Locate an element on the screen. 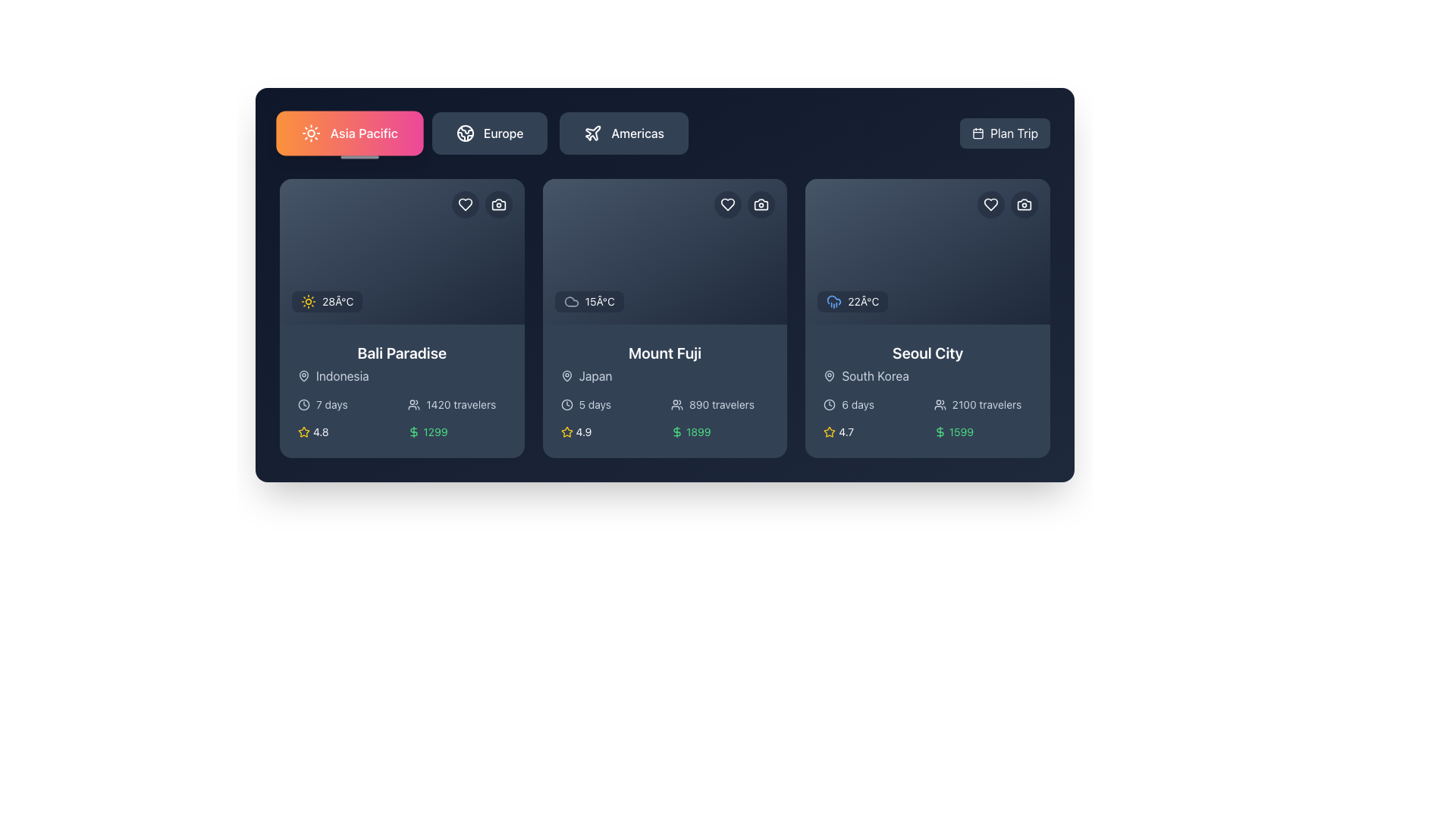 The width and height of the screenshot is (1456, 819). the camera-themed icon button located at the top corner of the 'Mount Fuji' destination card is located at coordinates (761, 205).